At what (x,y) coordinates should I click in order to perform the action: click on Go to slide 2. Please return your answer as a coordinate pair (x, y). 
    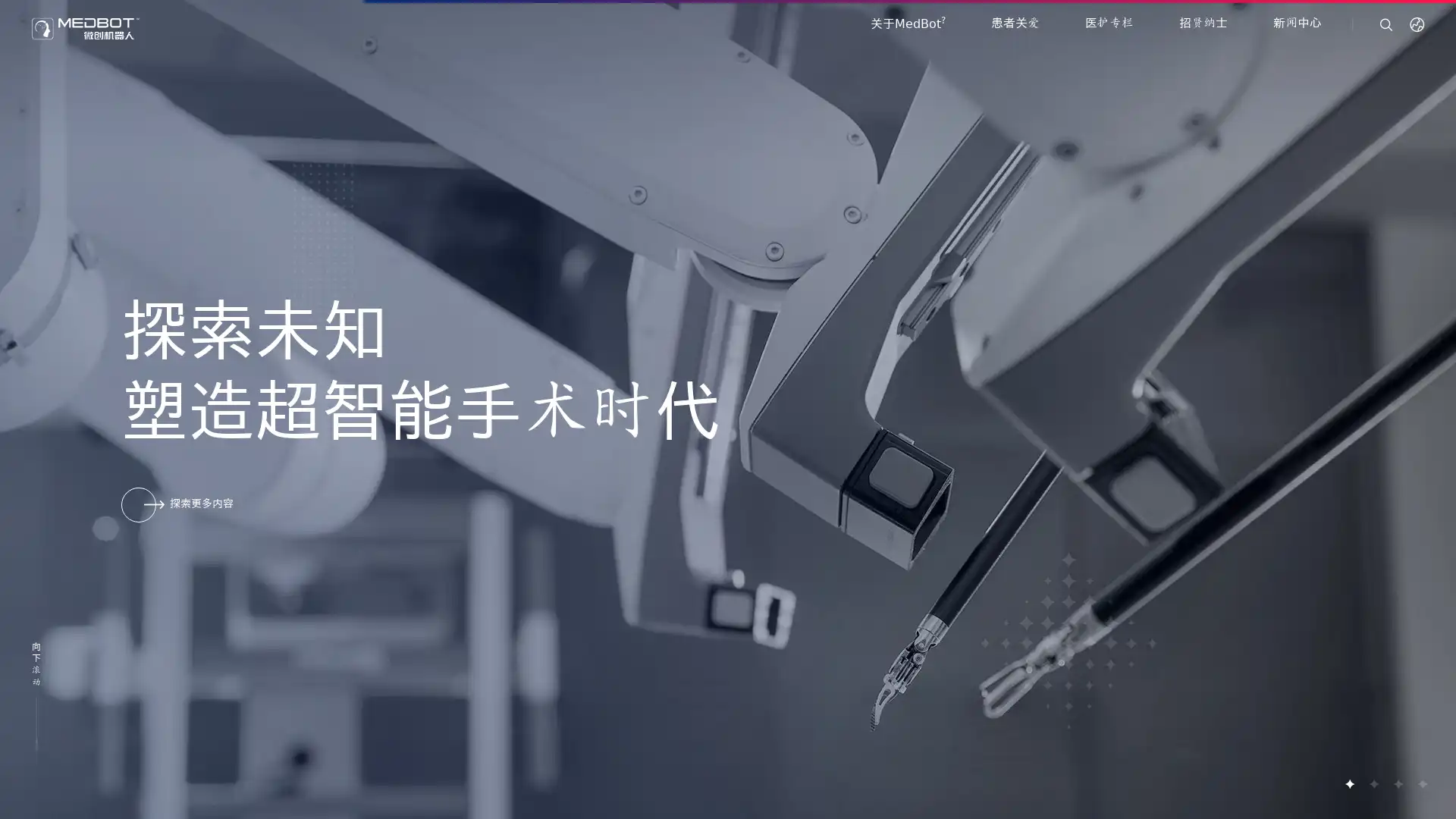
    Looking at the image, I should click on (1373, 783).